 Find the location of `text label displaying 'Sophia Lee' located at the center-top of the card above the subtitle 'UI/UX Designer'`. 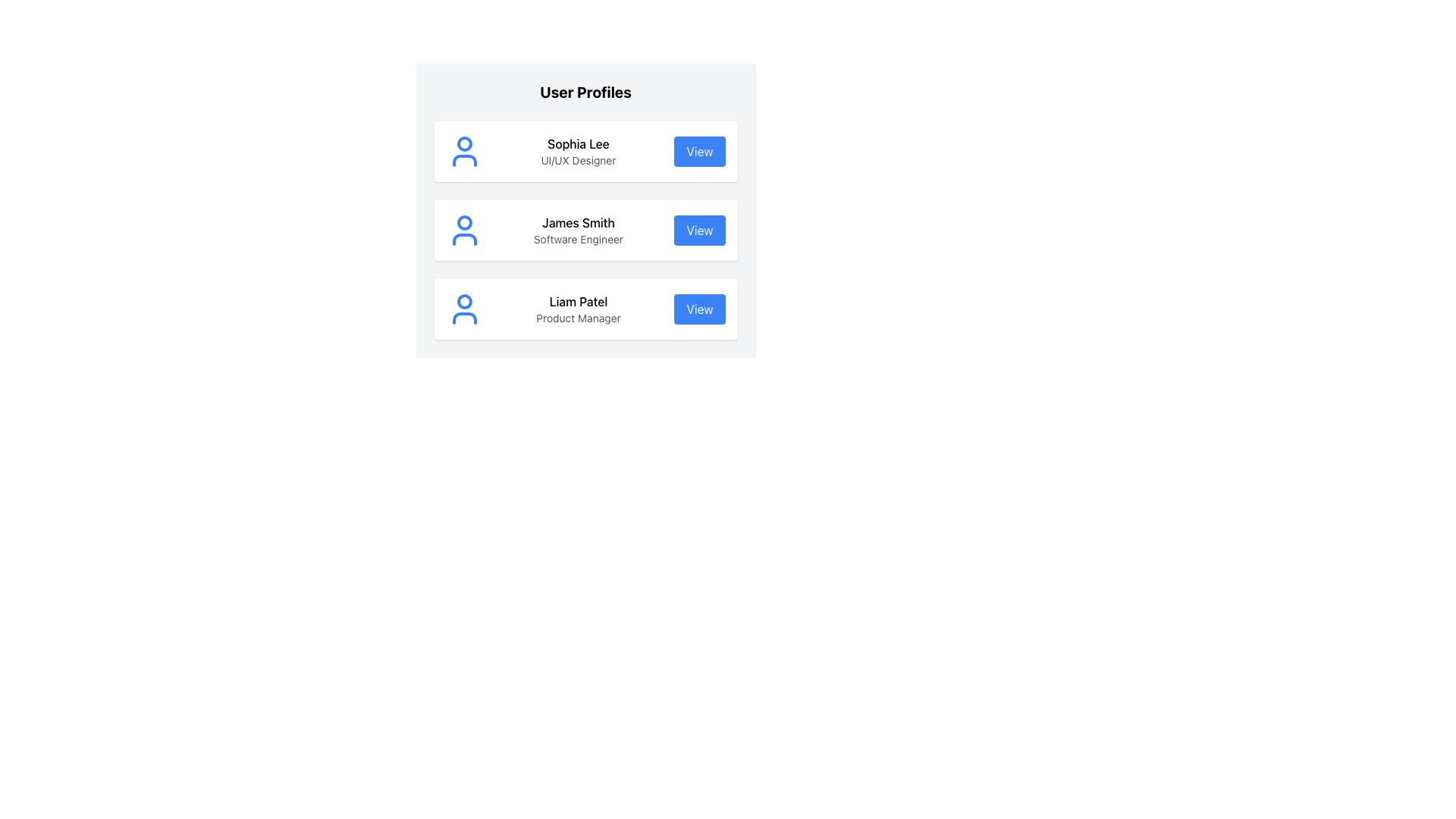

text label displaying 'Sophia Lee' located at the center-top of the card above the subtitle 'UI/UX Designer' is located at coordinates (578, 143).